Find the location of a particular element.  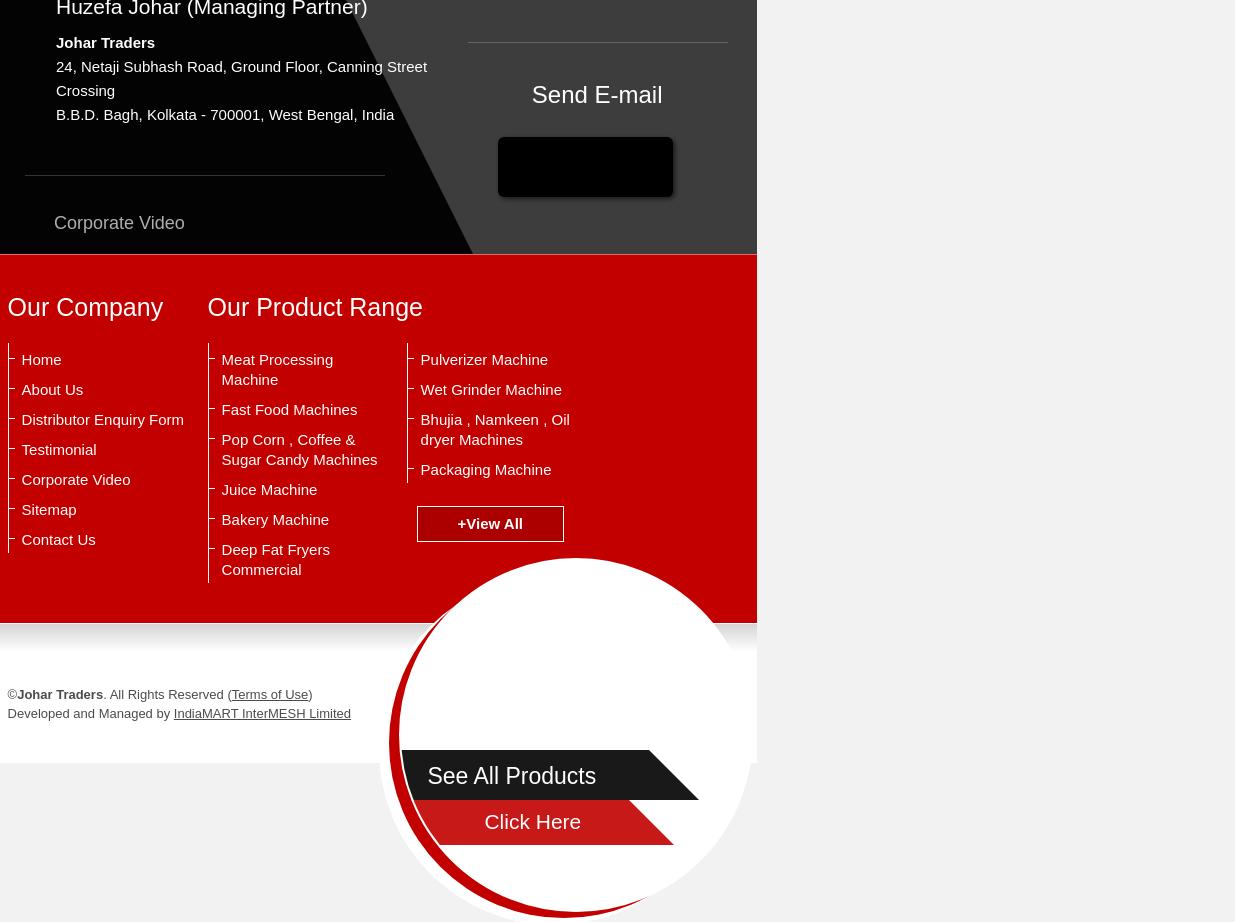

'Terms of Use' is located at coordinates (269, 693).